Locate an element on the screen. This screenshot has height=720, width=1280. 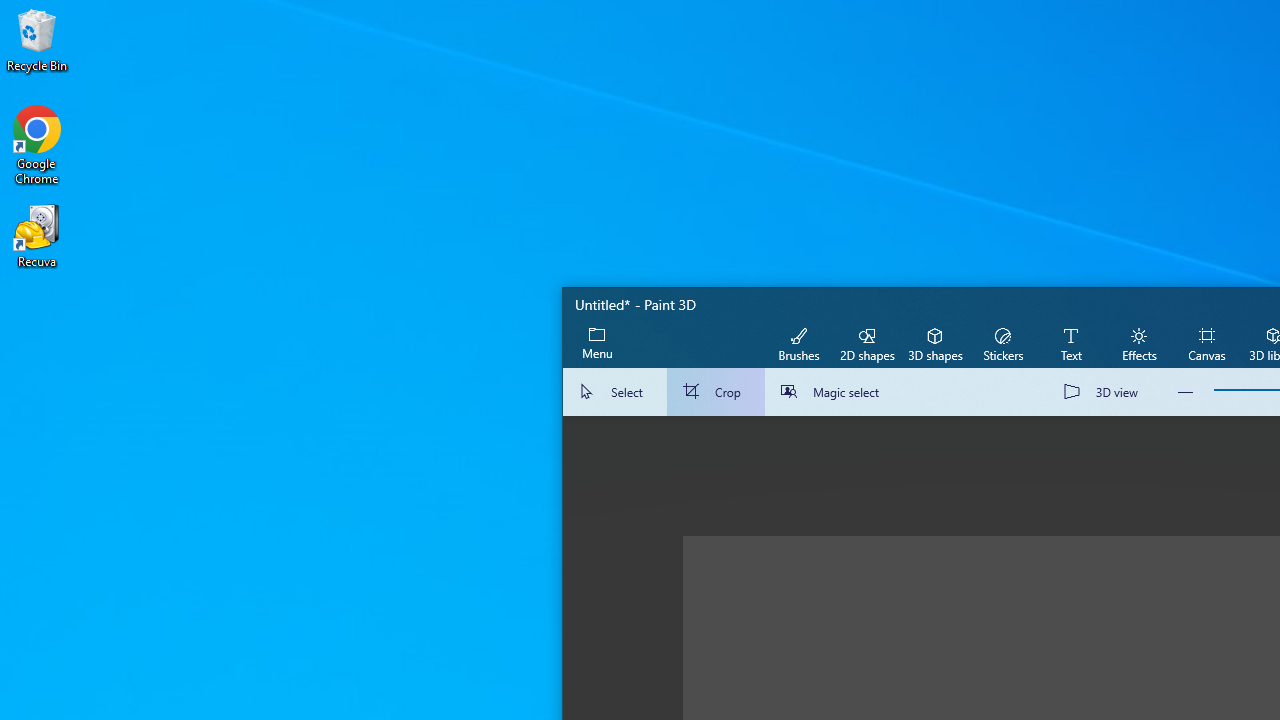
'Effects' is located at coordinates (1138, 342).